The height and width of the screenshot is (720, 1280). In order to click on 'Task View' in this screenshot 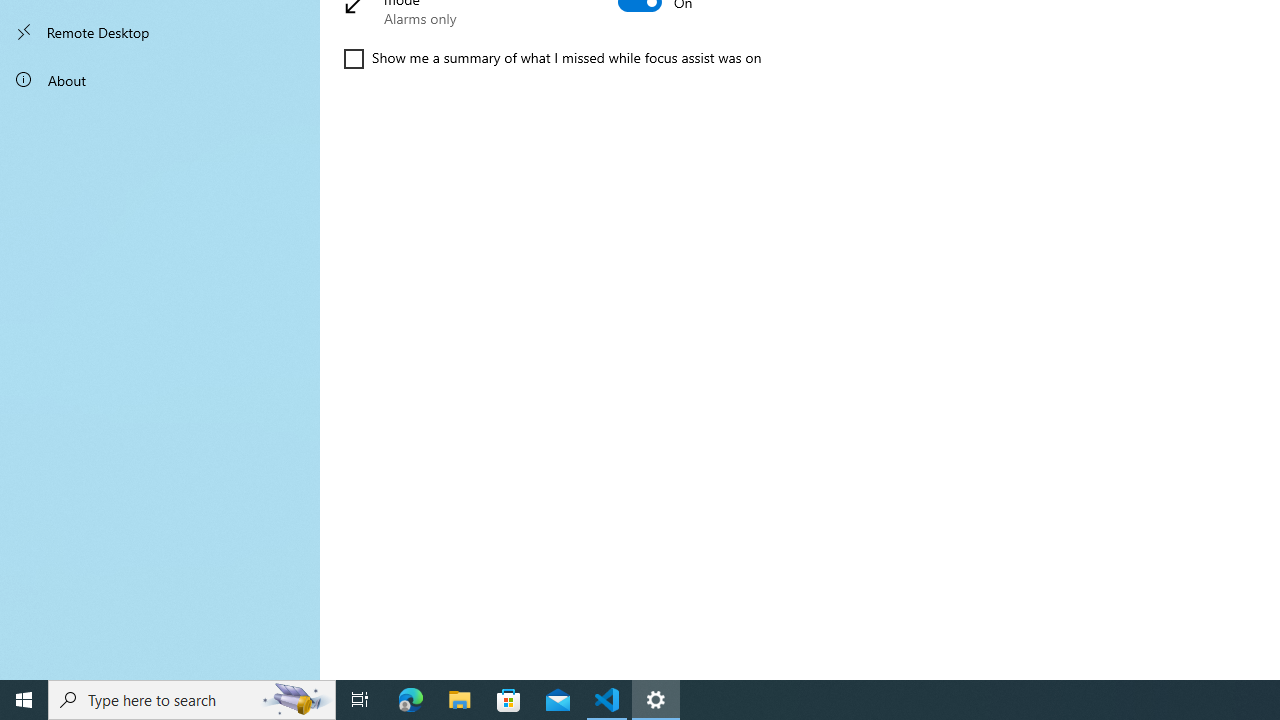, I will do `click(359, 698)`.